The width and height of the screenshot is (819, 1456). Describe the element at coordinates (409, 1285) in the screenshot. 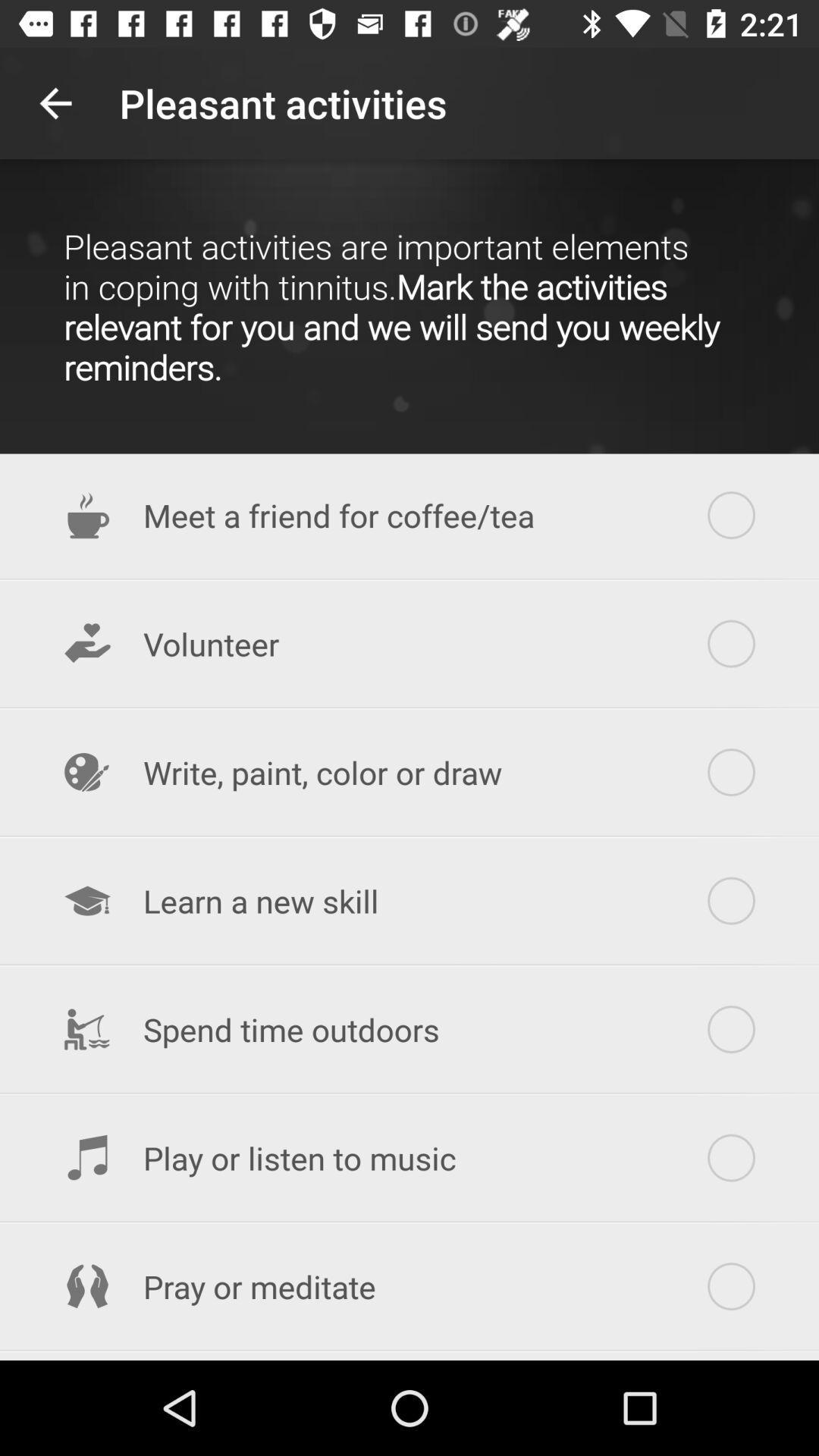

I see `pray or meditate` at that location.